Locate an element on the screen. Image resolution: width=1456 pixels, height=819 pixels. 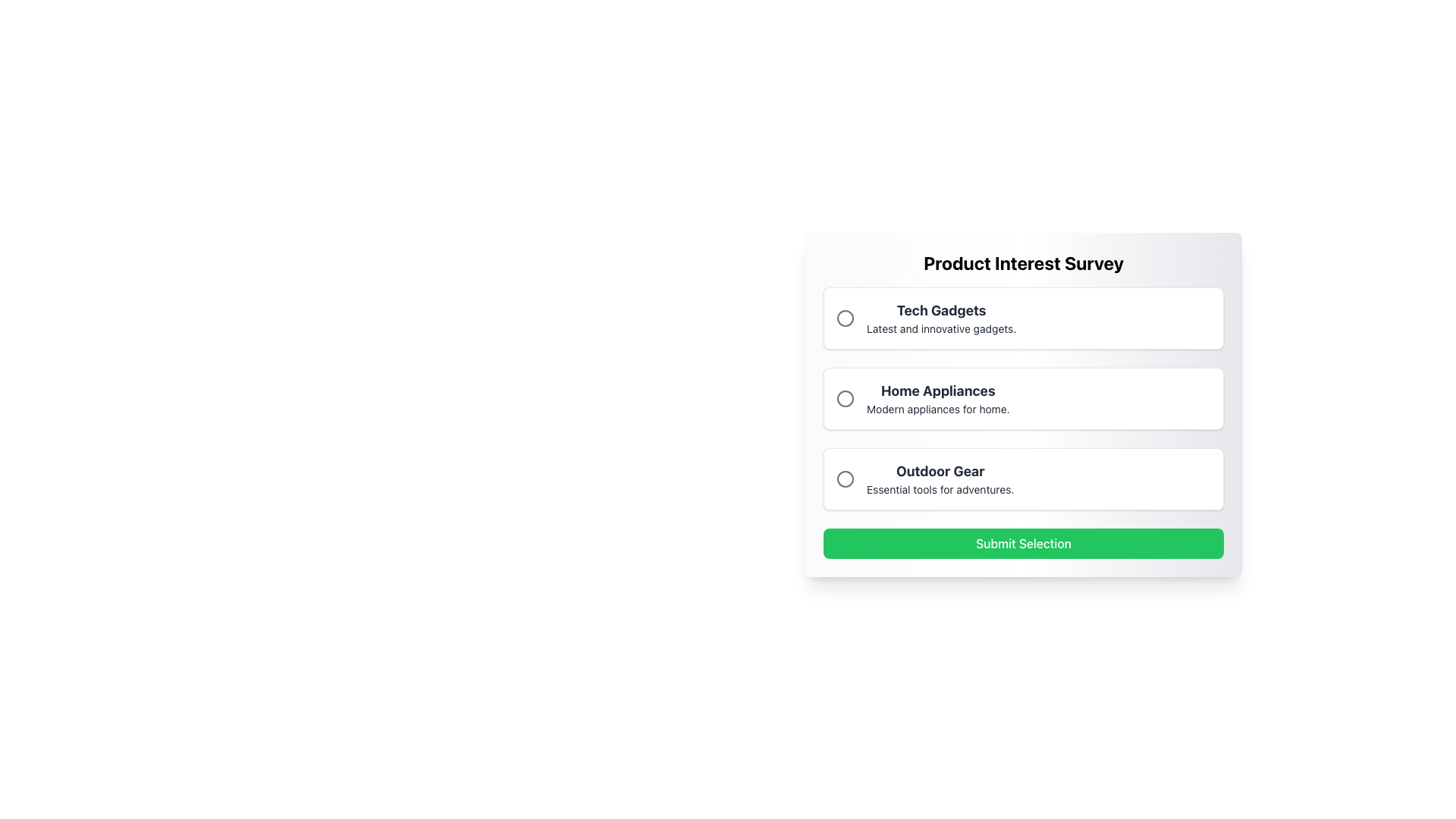
the 'Tech Gadgets' text label, which is prominently styled in bold and large font at the top of the survey interface is located at coordinates (940, 309).